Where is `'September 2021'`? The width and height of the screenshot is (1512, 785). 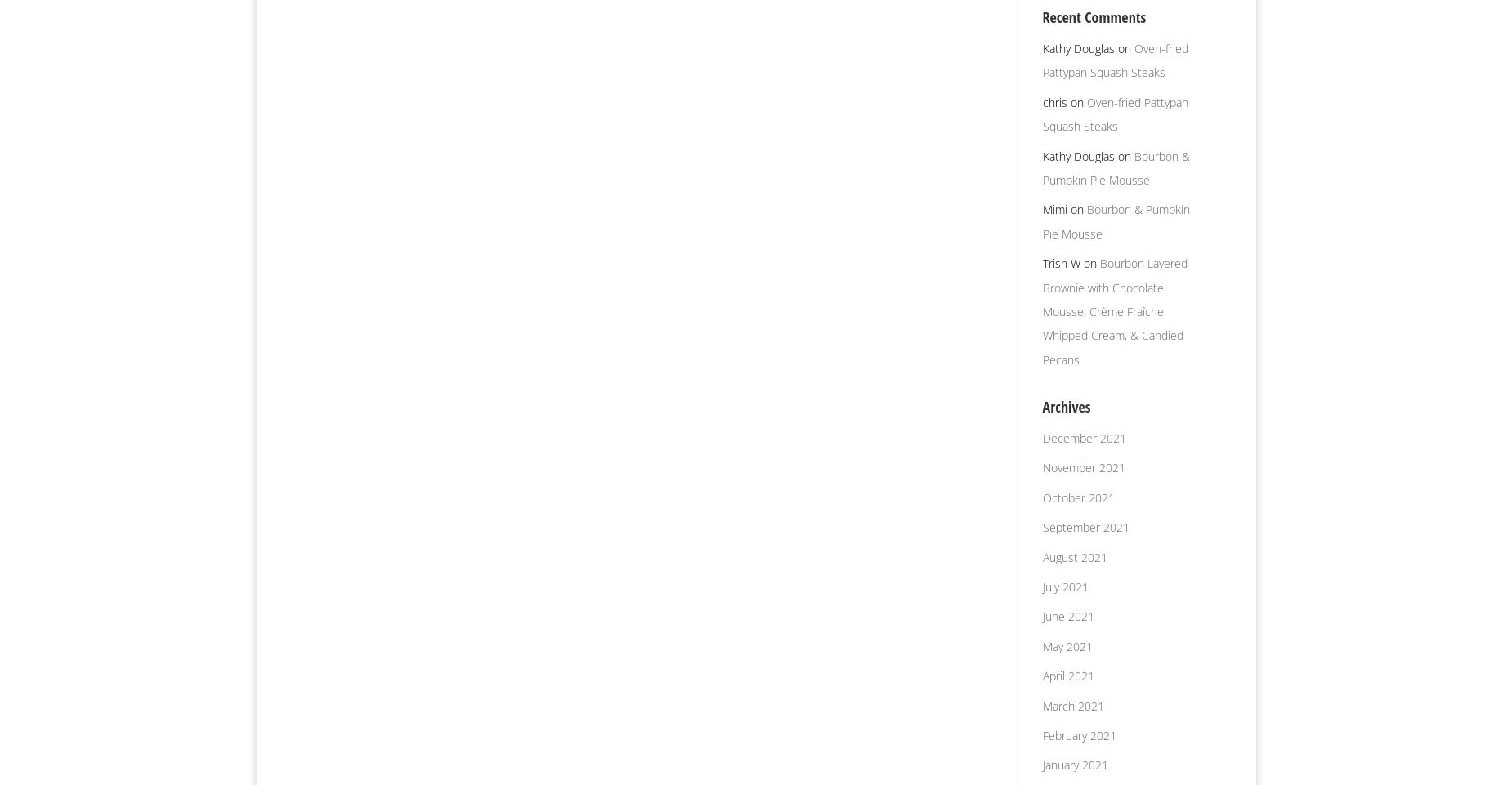 'September 2021' is located at coordinates (1084, 526).